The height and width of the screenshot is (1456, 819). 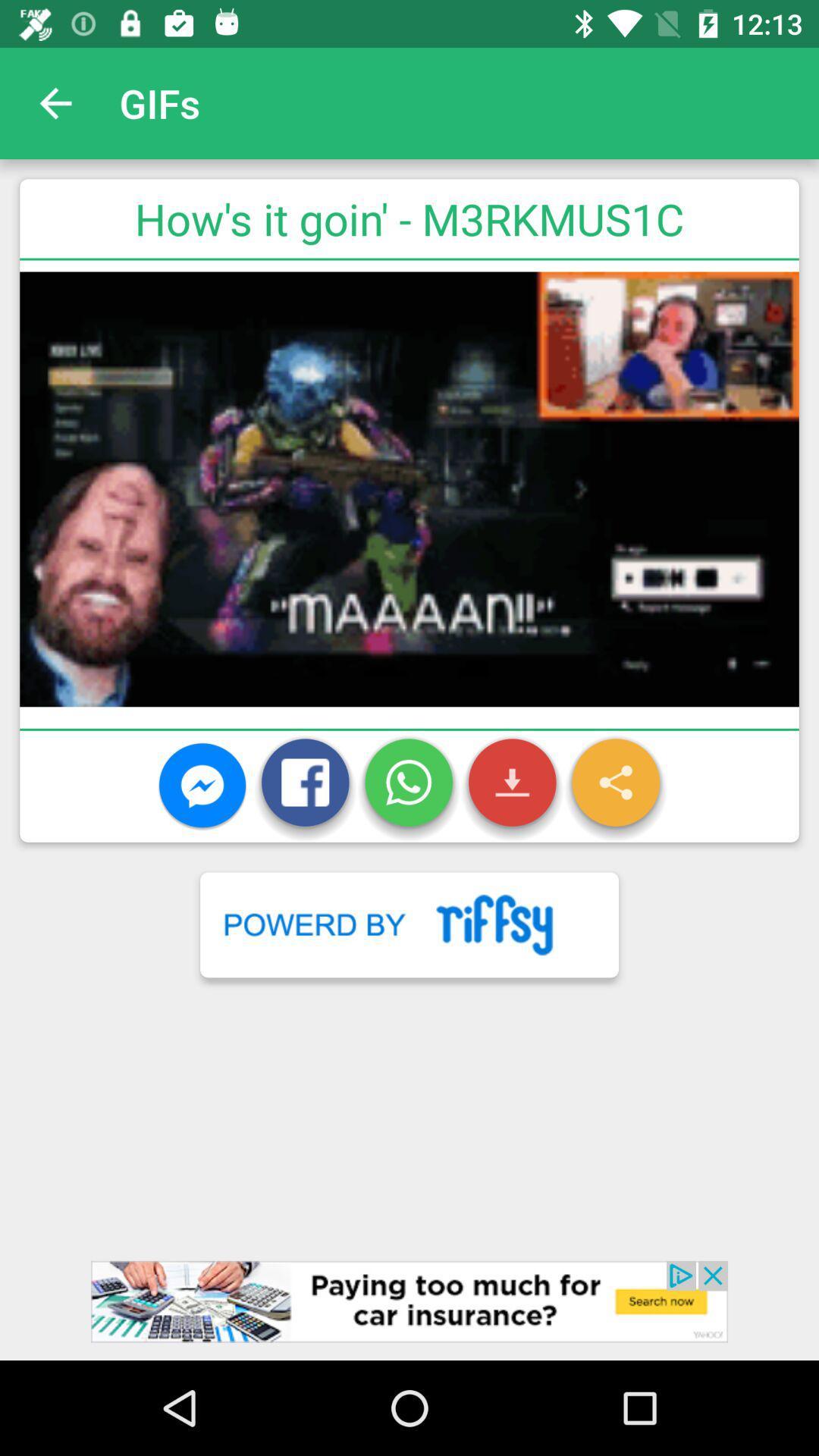 What do you see at coordinates (409, 924) in the screenshot?
I see `the tab which is below the watsapp` at bounding box center [409, 924].